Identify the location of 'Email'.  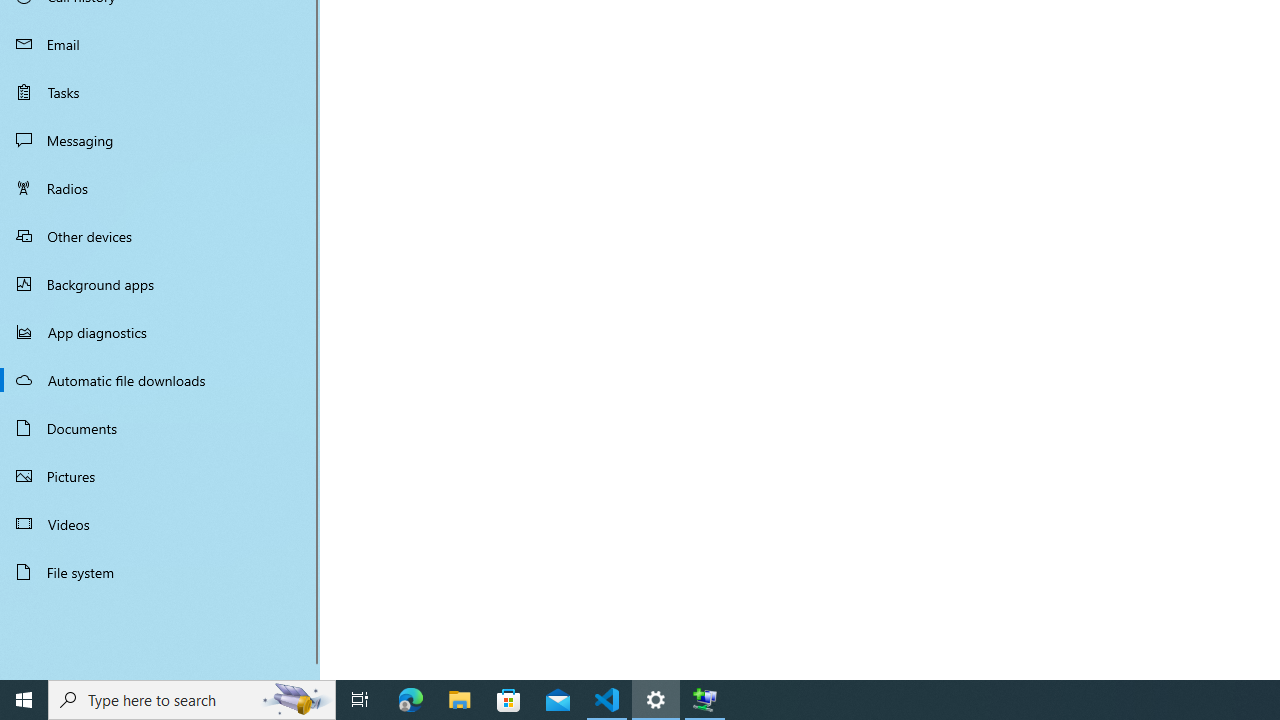
(160, 43).